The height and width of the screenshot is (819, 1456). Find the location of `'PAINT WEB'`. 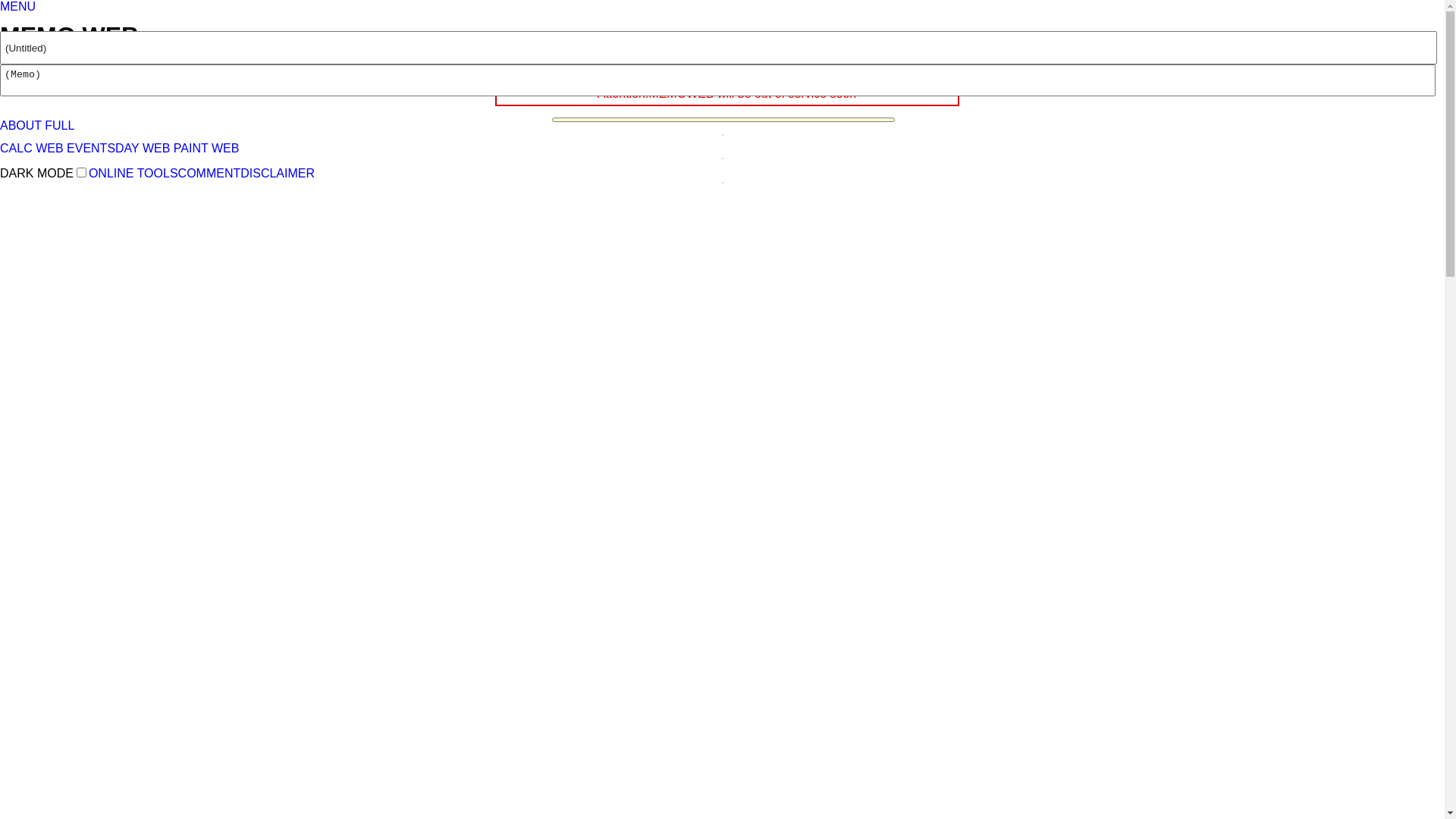

'PAINT WEB' is located at coordinates (206, 148).